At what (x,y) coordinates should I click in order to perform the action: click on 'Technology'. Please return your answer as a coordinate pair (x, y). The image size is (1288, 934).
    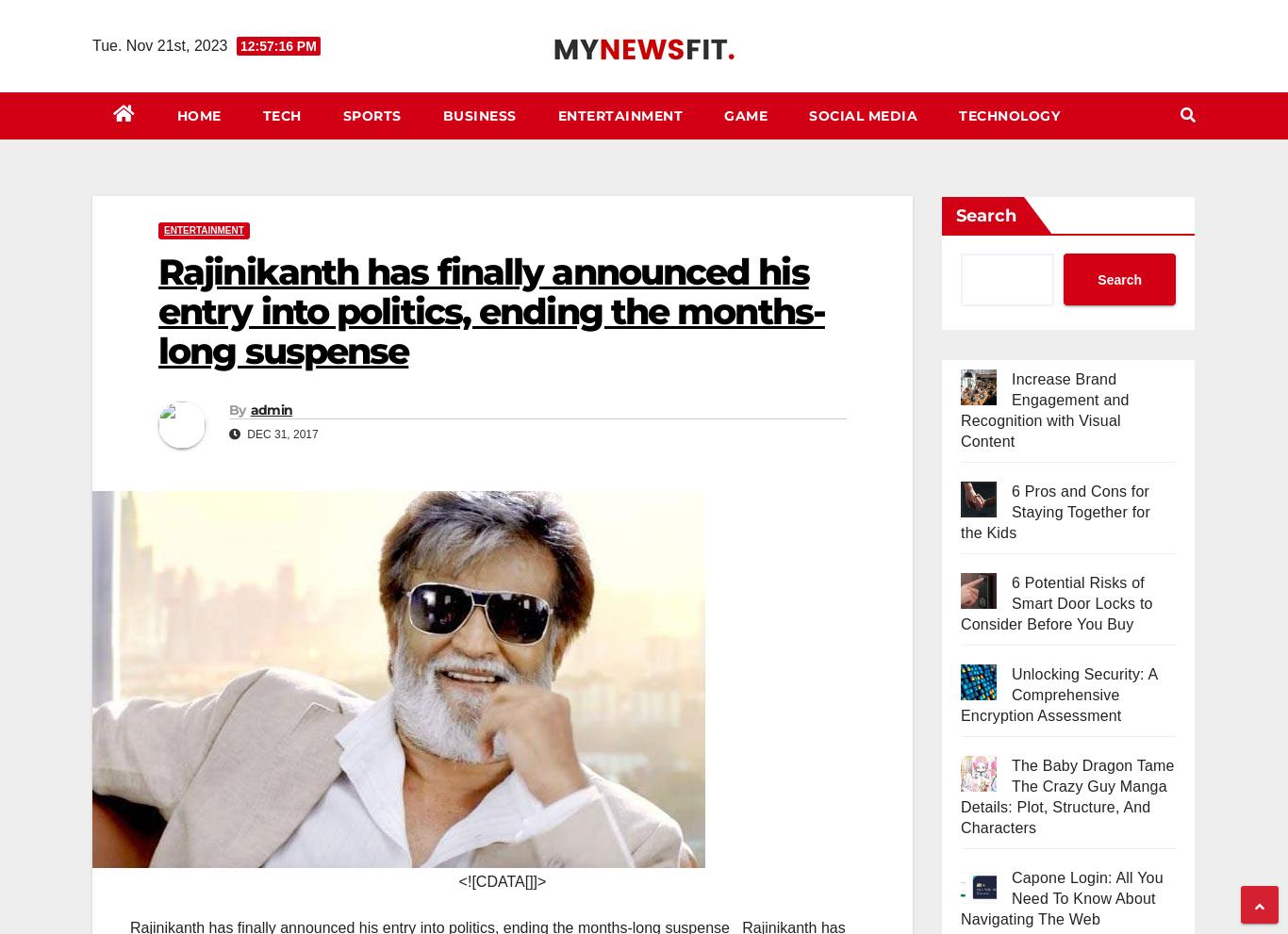
    Looking at the image, I should click on (1008, 114).